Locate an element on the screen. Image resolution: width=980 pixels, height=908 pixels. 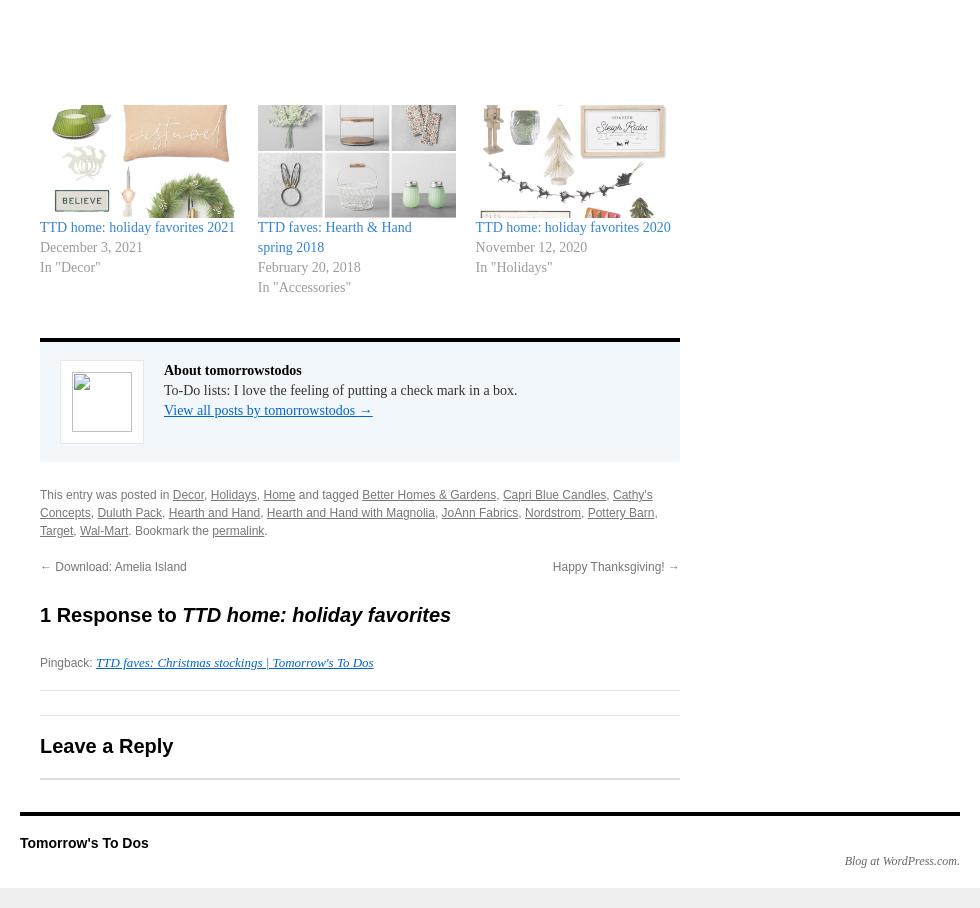
'Leave a Reply' is located at coordinates (106, 745).